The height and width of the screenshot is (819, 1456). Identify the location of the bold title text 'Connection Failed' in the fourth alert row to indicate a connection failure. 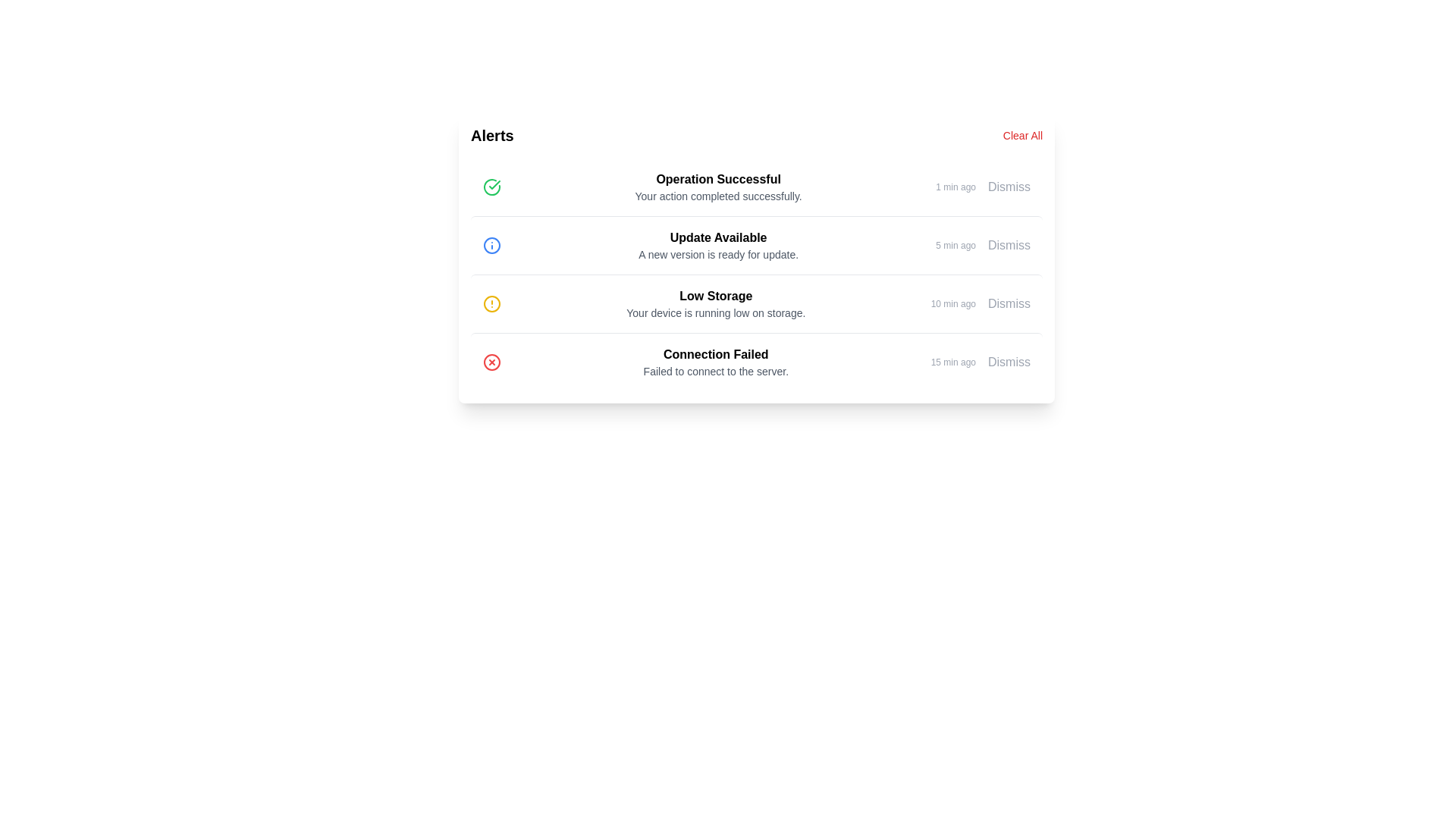
(715, 354).